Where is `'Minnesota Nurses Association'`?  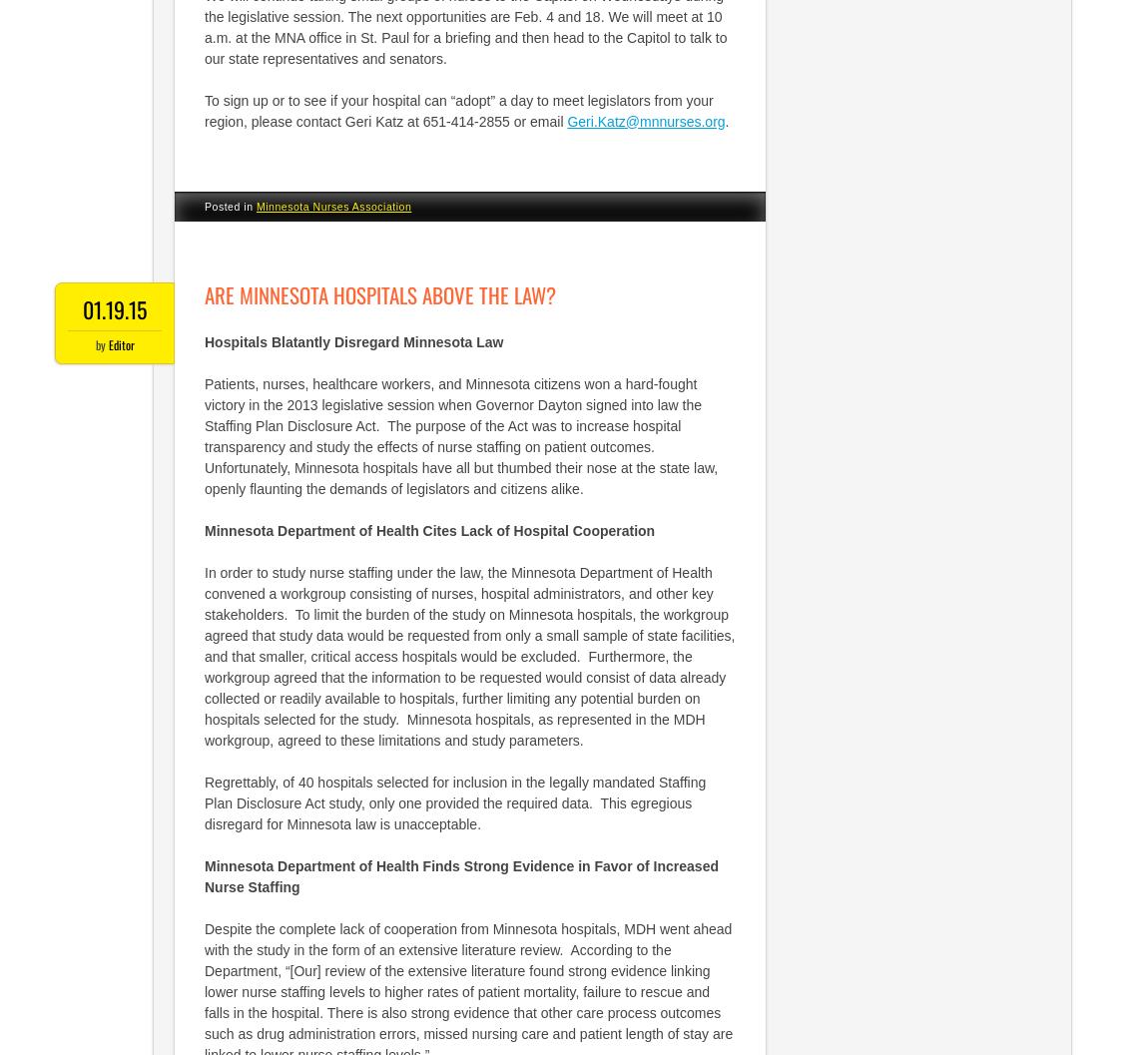
'Minnesota Nurses Association' is located at coordinates (332, 206).